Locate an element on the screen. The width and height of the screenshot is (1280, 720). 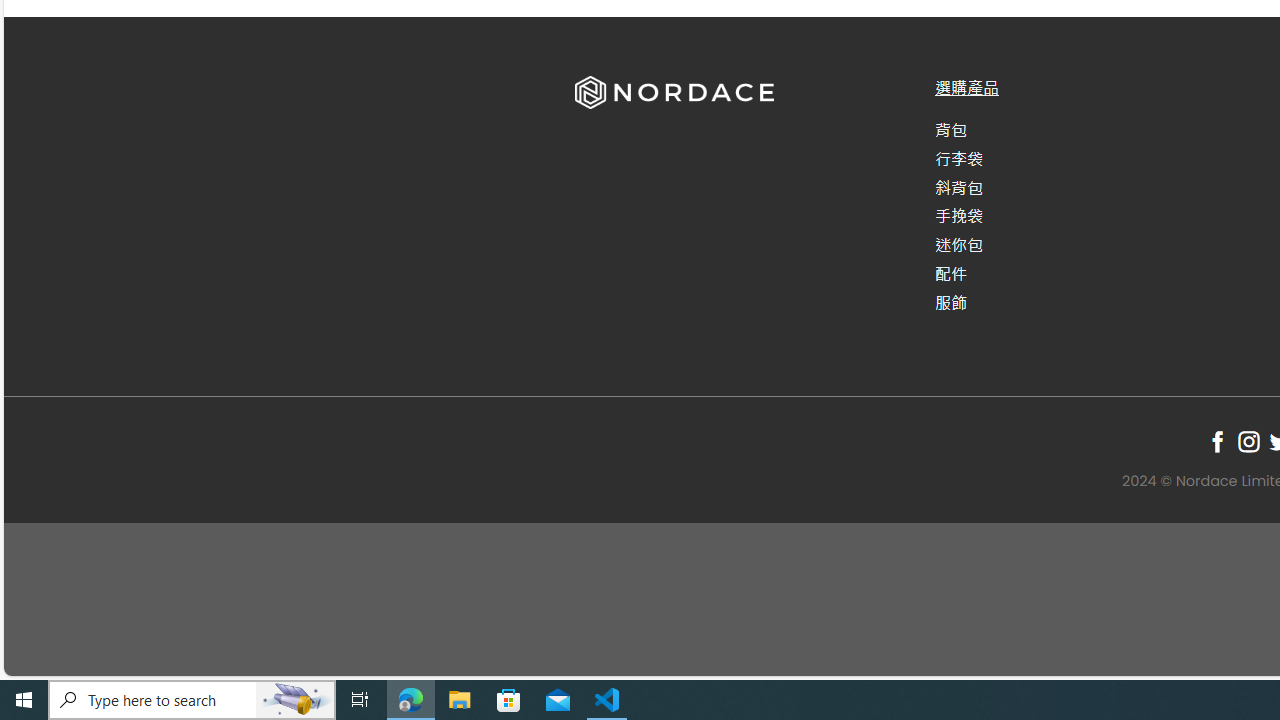
'Follow on Instagram' is located at coordinates (1247, 440).